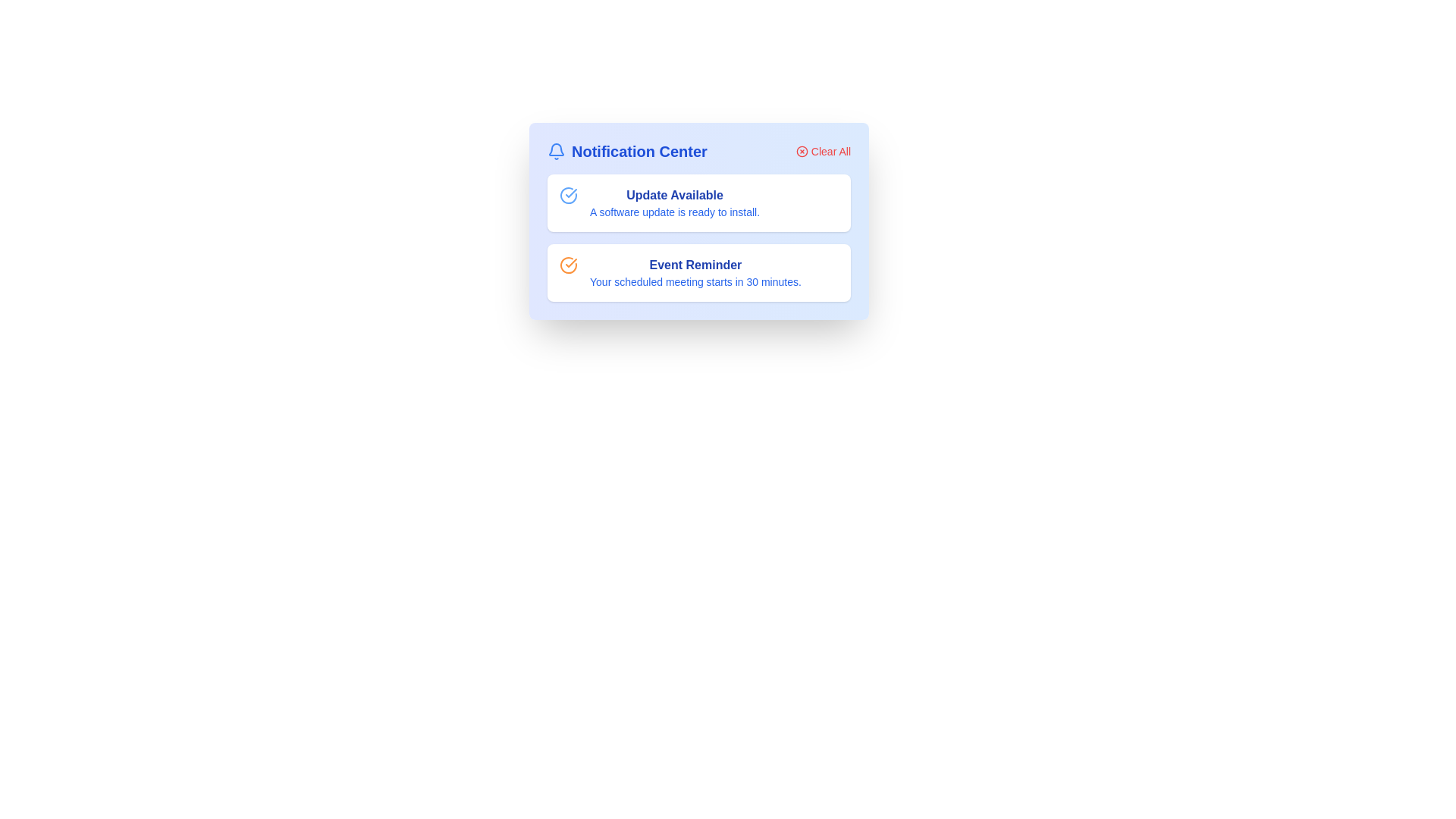  What do you see at coordinates (674, 212) in the screenshot?
I see `message in the text label that informs users about the availability of a software update, positioned below the header 'Update Available' and above 'Event Reminder'` at bounding box center [674, 212].